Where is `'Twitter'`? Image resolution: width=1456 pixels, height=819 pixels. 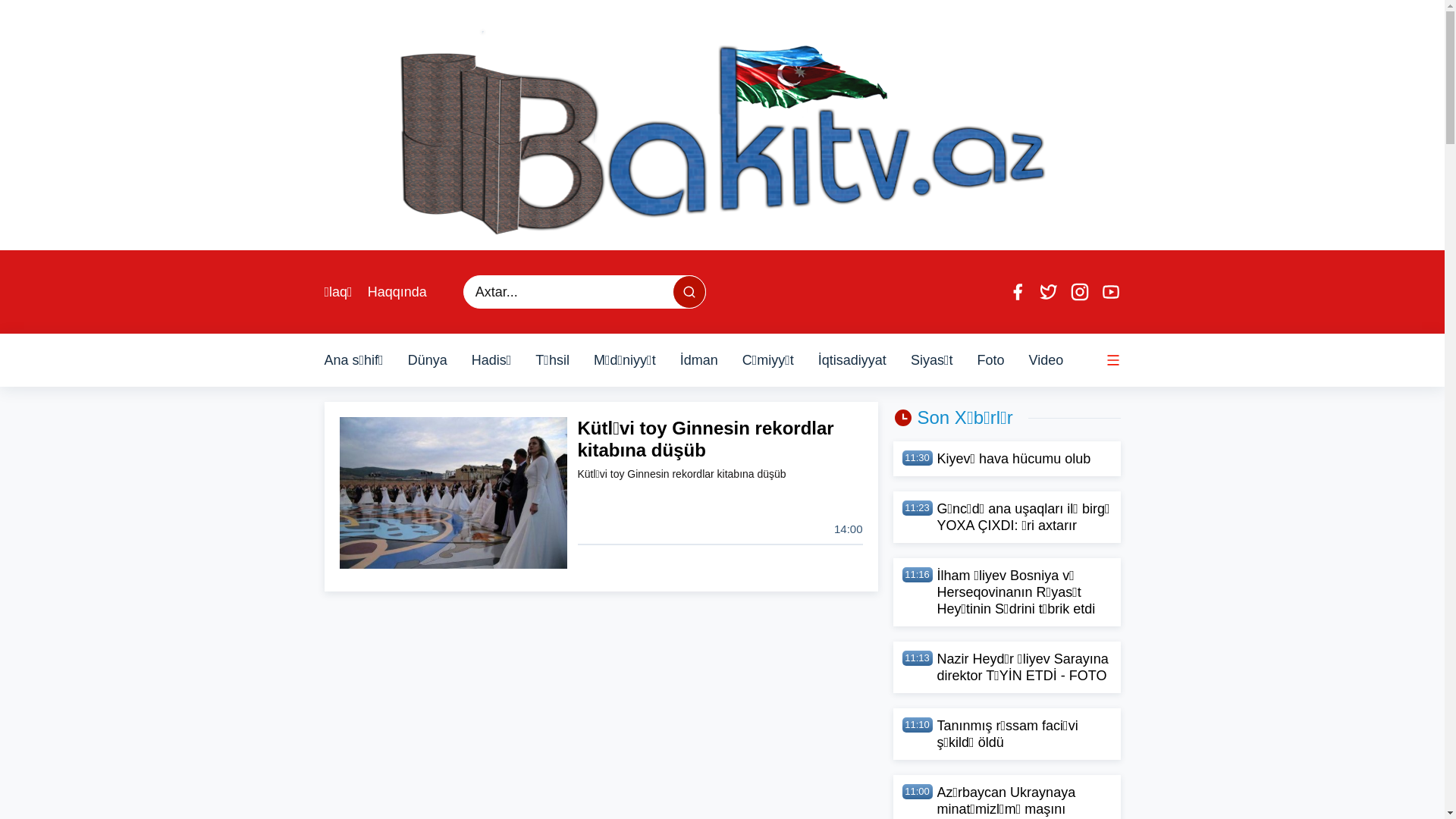
'Twitter' is located at coordinates (1047, 292).